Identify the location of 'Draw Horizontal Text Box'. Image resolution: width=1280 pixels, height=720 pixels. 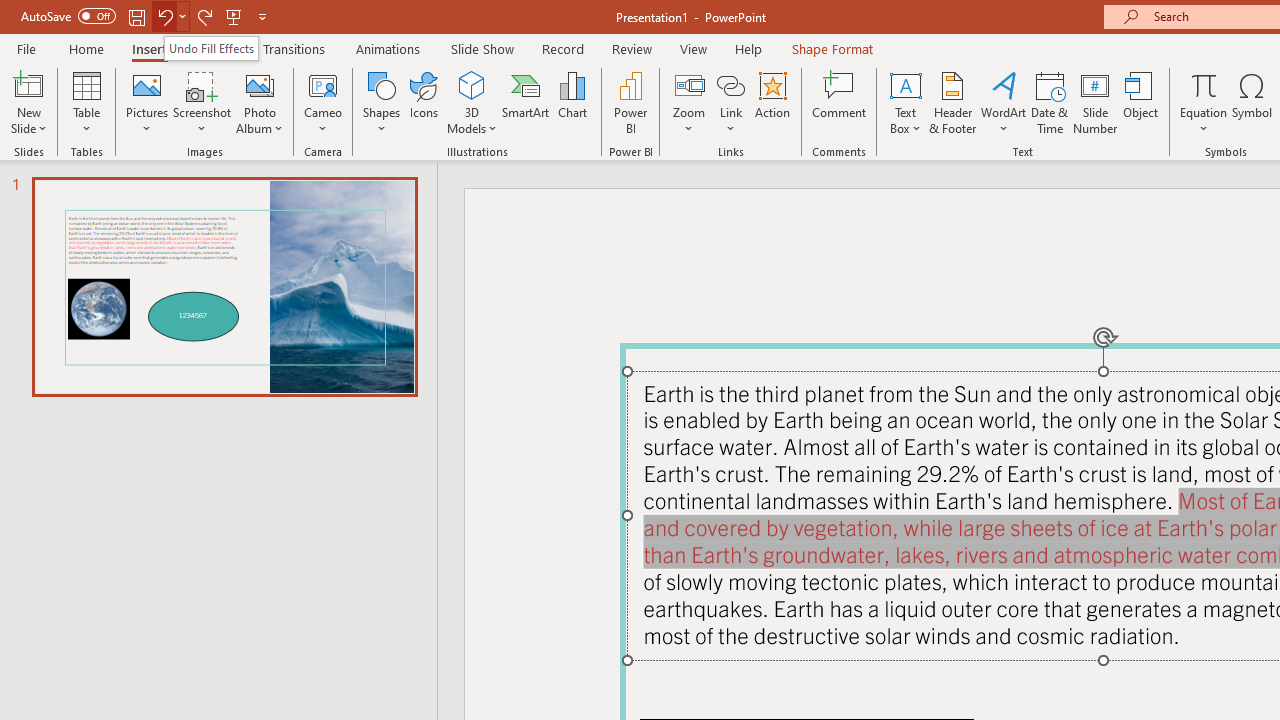
(904, 84).